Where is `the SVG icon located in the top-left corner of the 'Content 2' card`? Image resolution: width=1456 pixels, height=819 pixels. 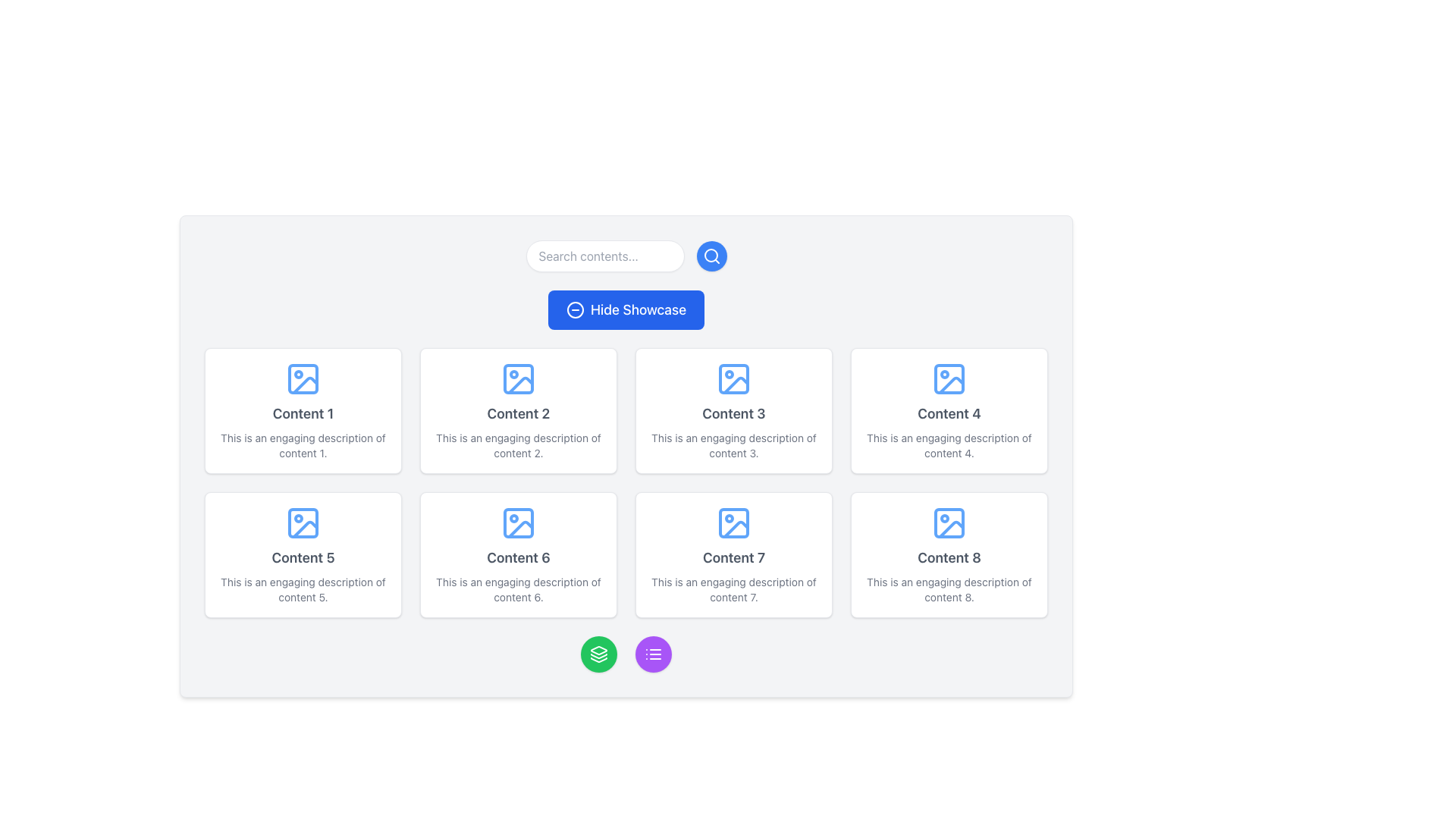 the SVG icon located in the top-left corner of the 'Content 2' card is located at coordinates (519, 378).